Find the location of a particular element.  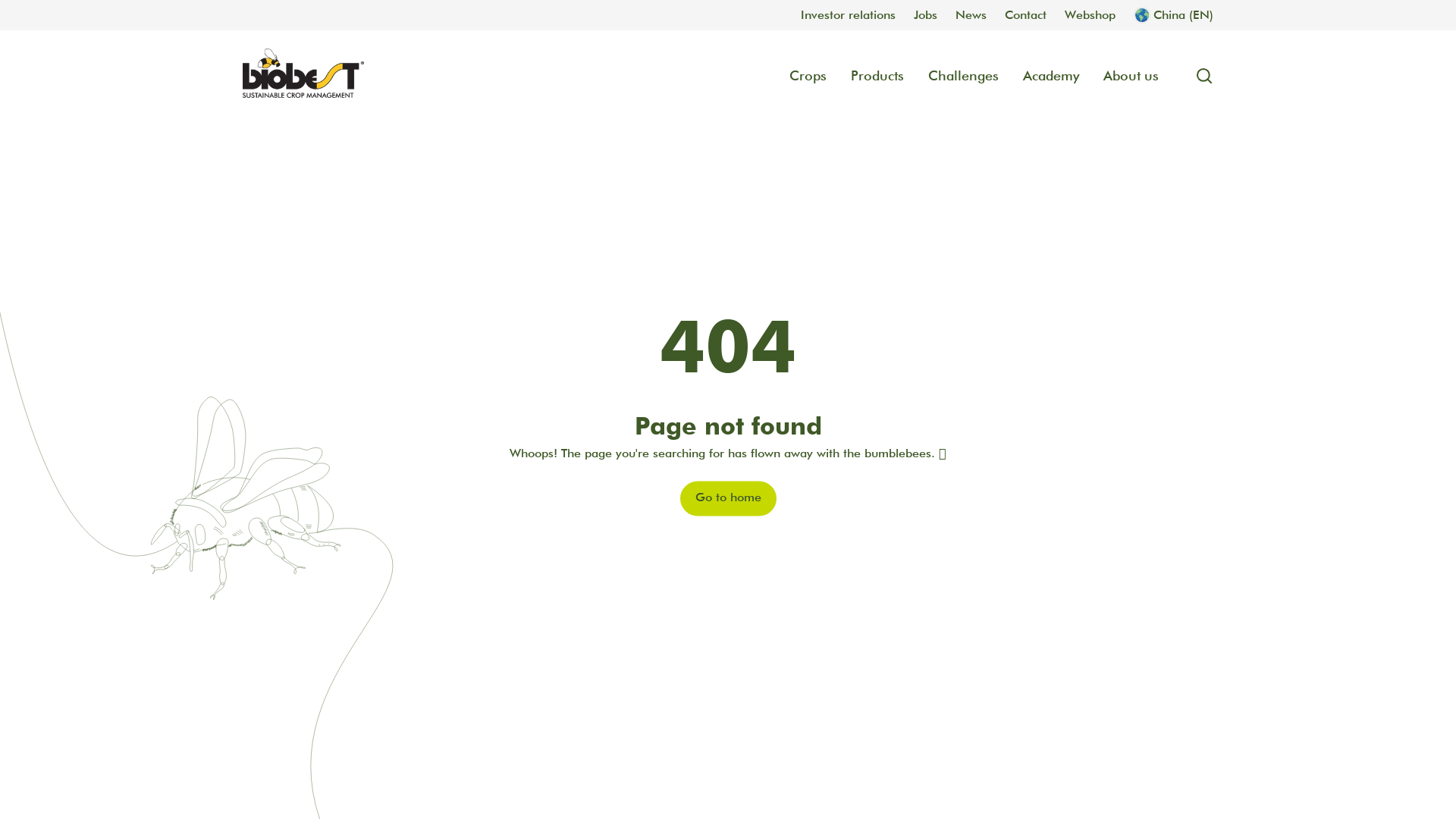

'Go to home' is located at coordinates (726, 499).